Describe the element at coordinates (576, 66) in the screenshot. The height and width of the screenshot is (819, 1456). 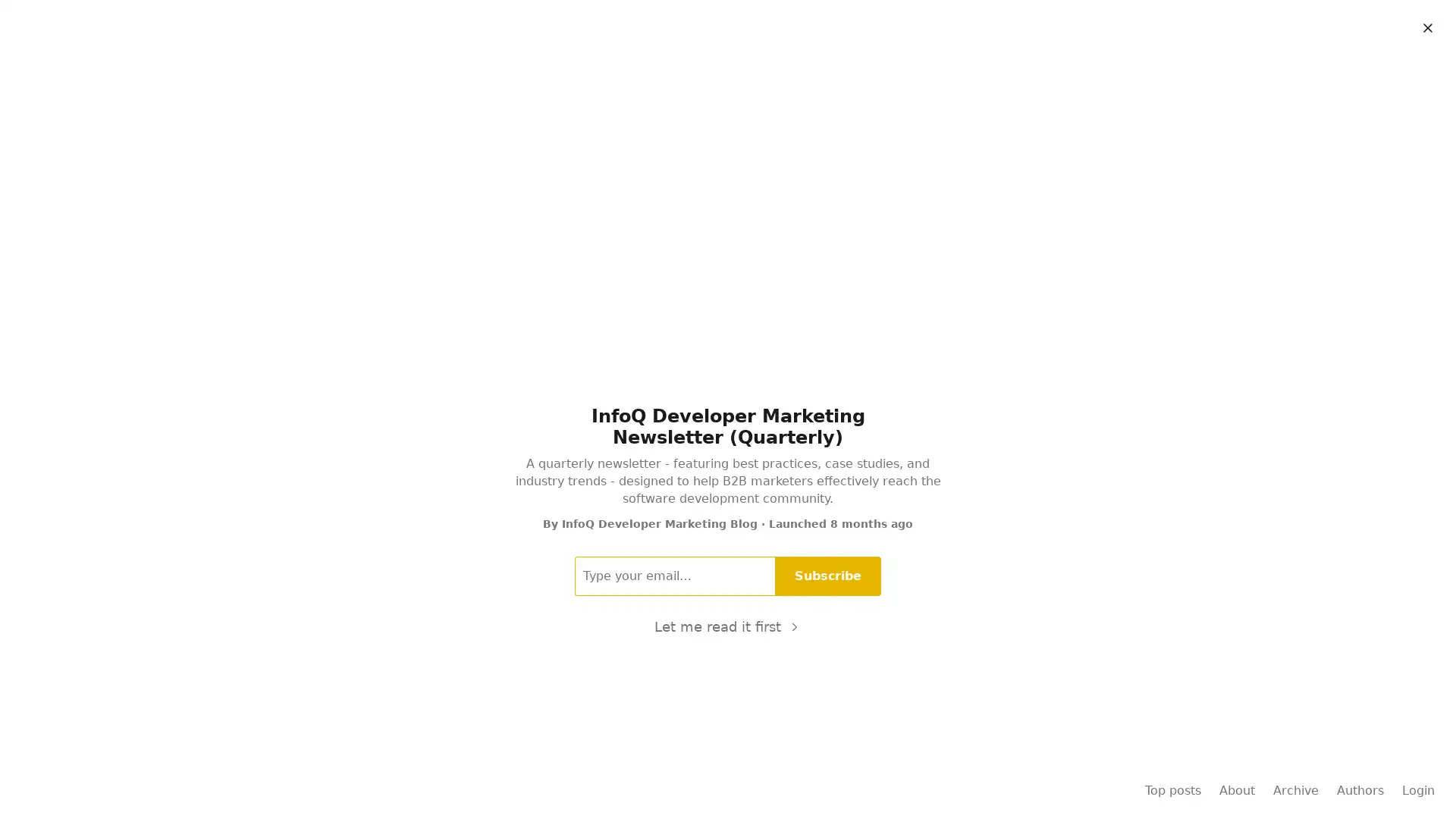
I see `Case Studies` at that location.